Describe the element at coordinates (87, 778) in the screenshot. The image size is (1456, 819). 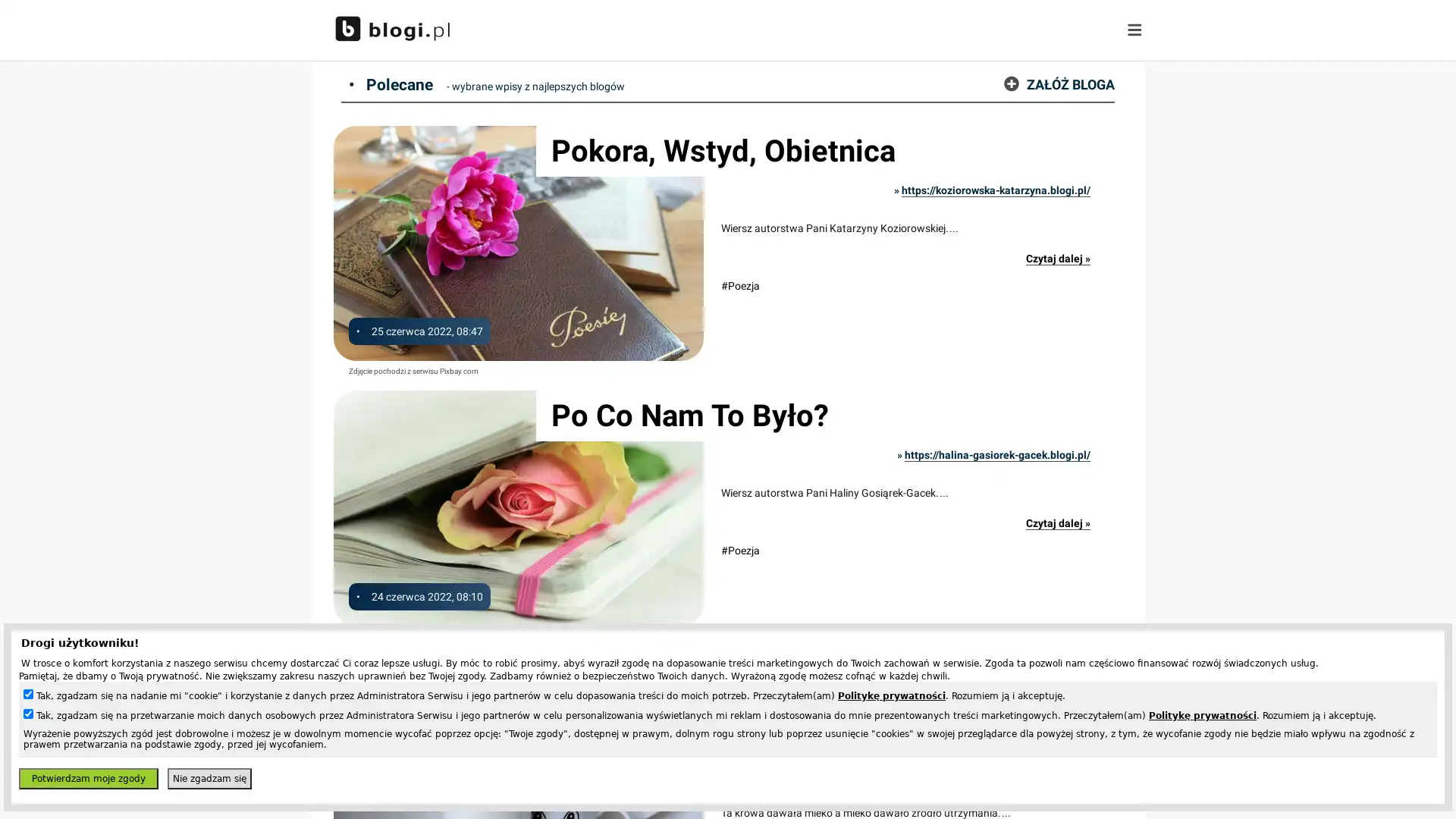
I see `Potwierdzam moje zgody` at that location.